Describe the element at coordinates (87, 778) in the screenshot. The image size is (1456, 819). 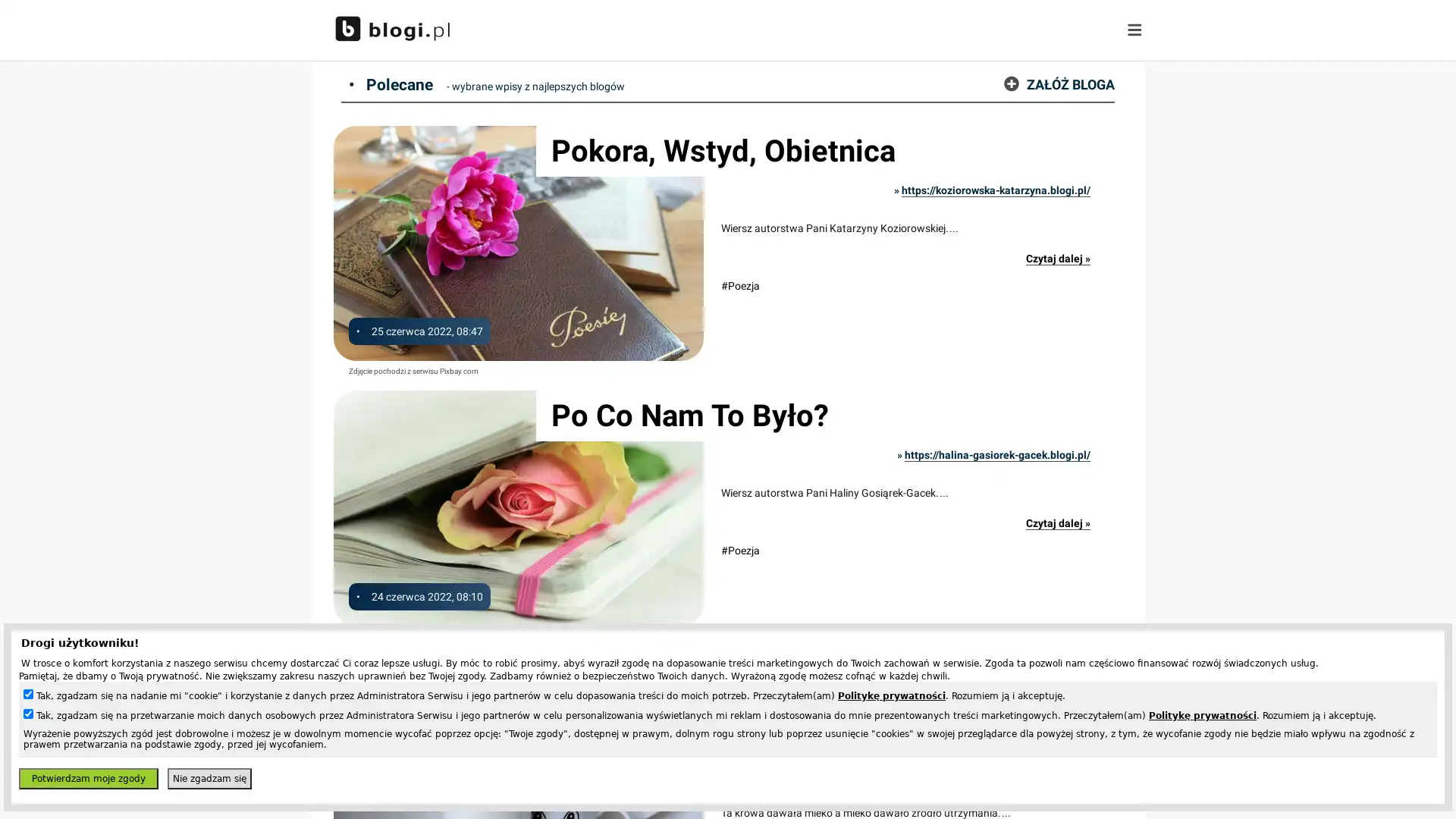
I see `Potwierdzam moje zgody` at that location.